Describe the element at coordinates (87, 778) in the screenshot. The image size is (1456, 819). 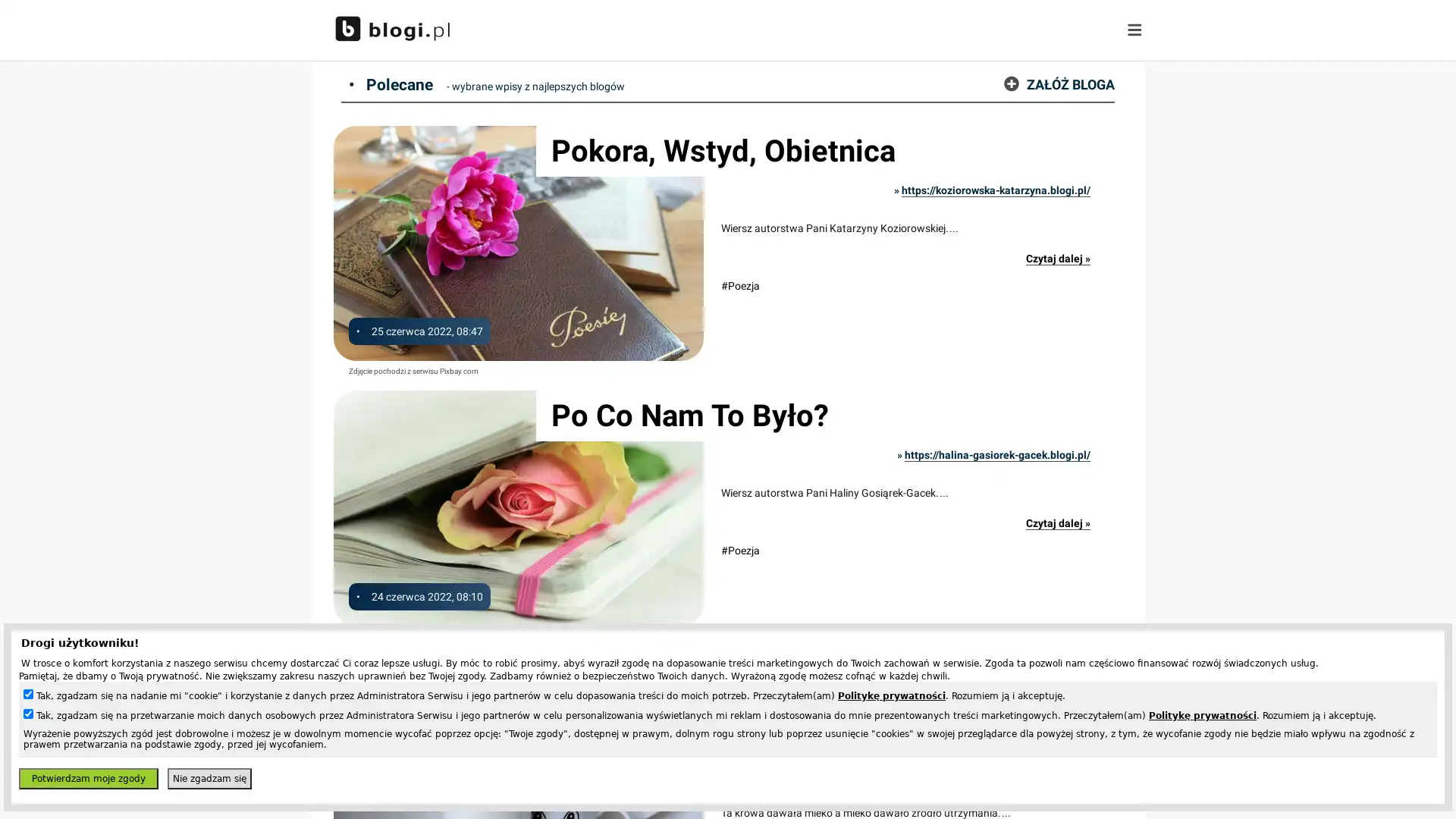
I see `Potwierdzam moje zgody` at that location.